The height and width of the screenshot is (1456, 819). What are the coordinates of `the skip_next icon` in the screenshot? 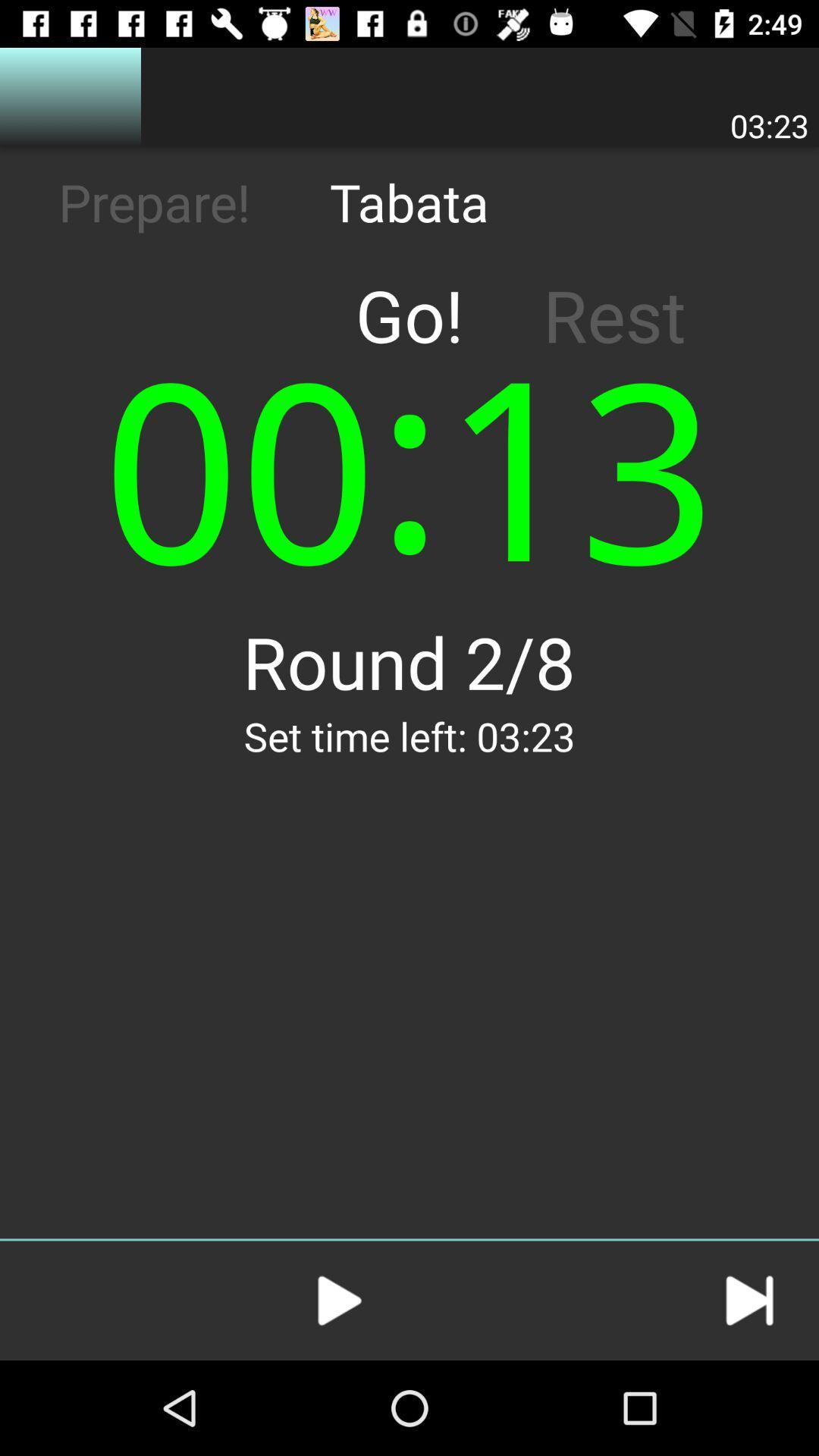 It's located at (748, 1300).